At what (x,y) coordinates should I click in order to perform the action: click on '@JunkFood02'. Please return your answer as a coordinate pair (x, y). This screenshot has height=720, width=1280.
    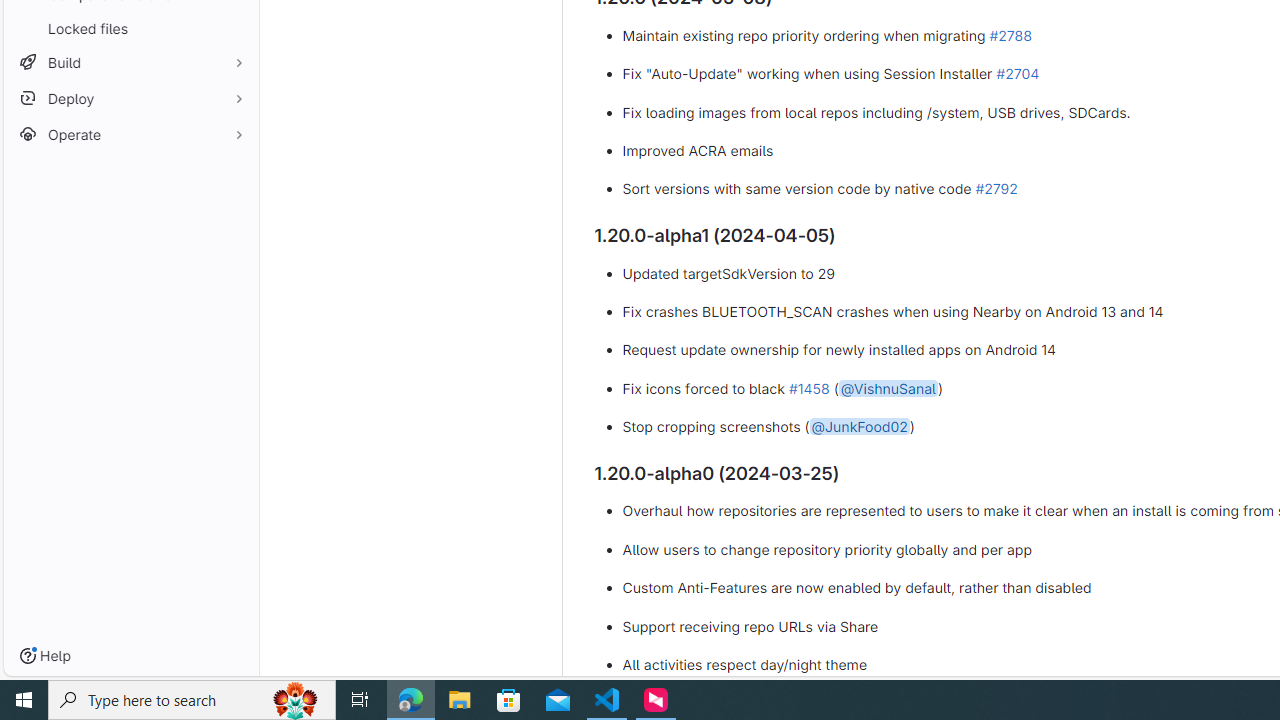
    Looking at the image, I should click on (859, 426).